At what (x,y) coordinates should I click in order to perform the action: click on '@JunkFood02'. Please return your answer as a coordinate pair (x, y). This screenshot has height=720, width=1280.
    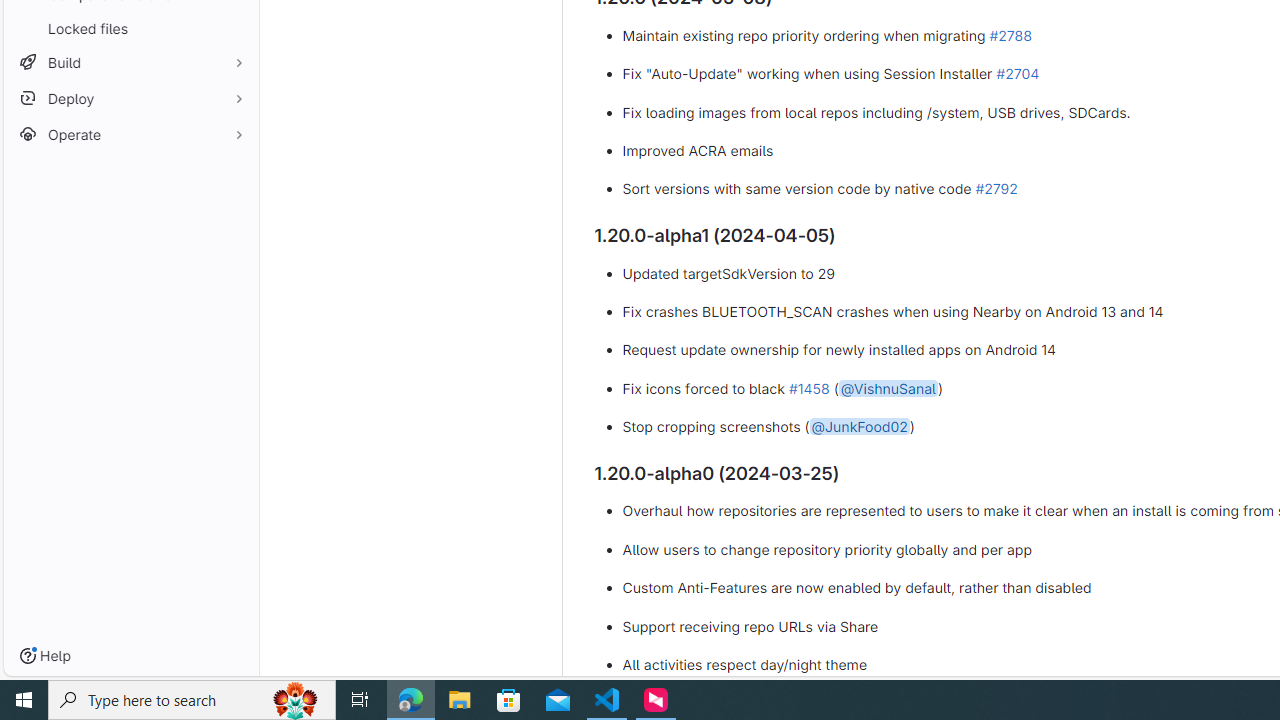
    Looking at the image, I should click on (859, 426).